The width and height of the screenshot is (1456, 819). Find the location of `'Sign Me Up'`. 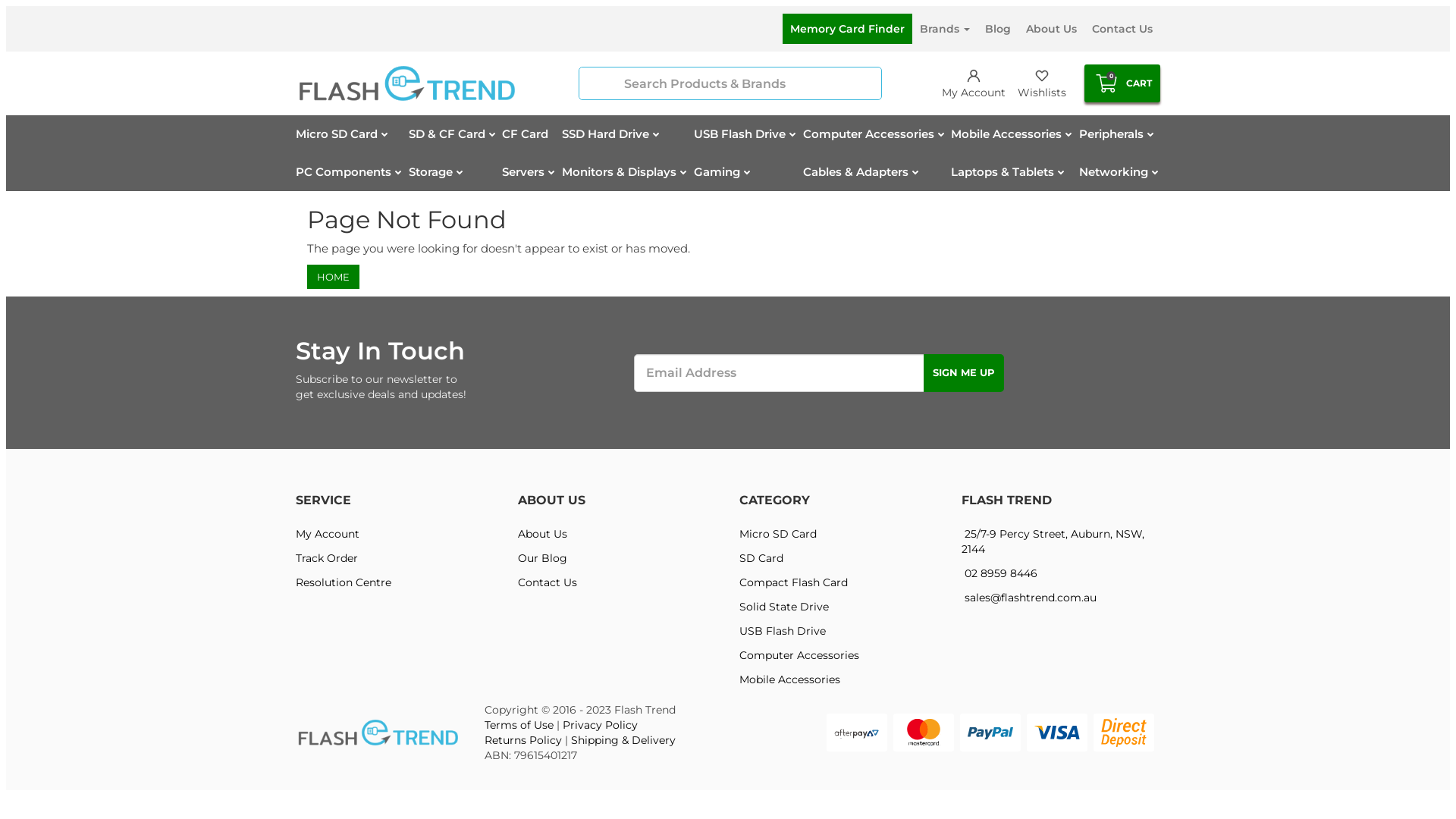

'Sign Me Up' is located at coordinates (923, 373).